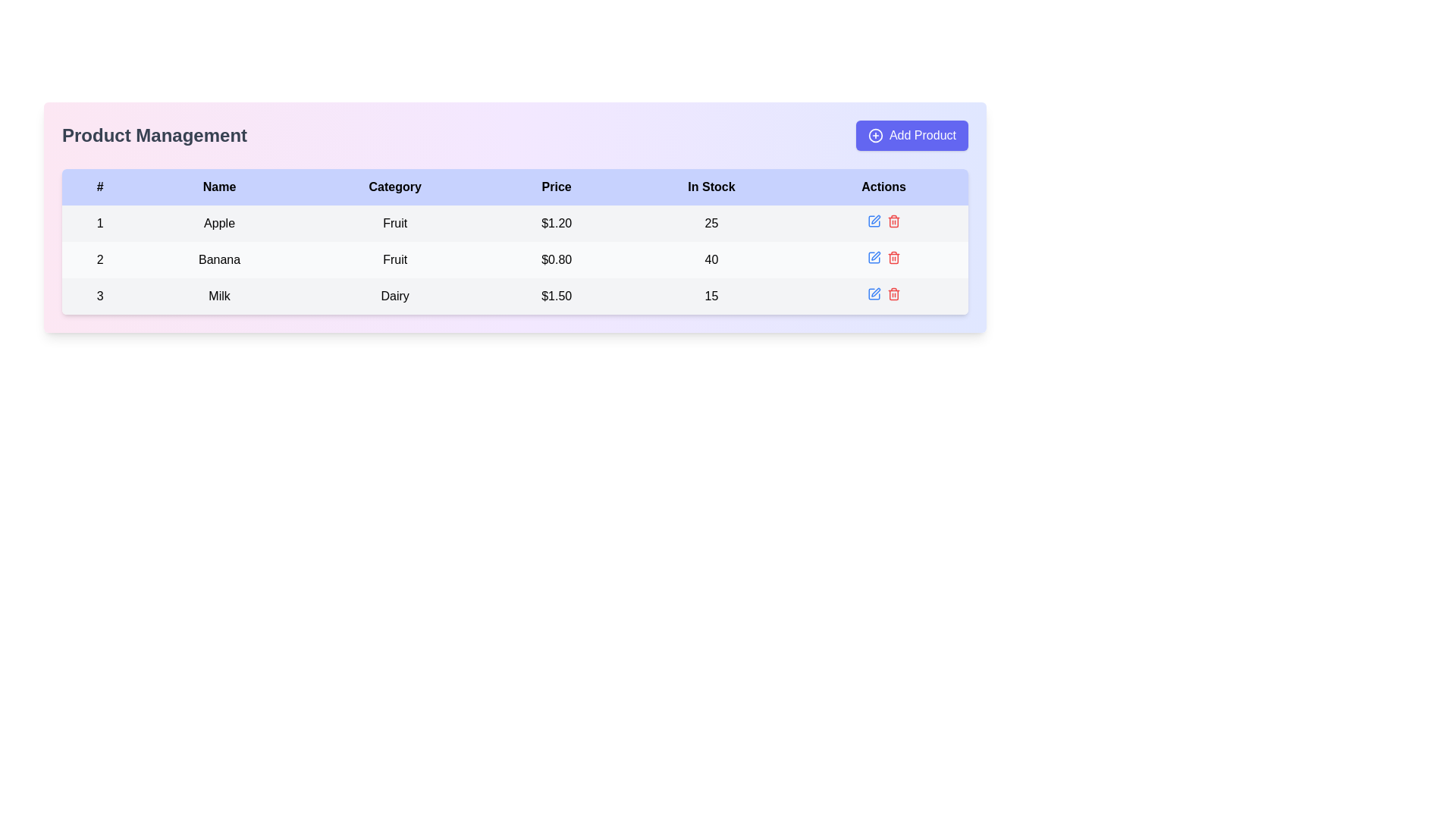 The height and width of the screenshot is (819, 1456). What do you see at coordinates (218, 296) in the screenshot?
I see `the text label displaying 'Milk' in the second column of the third row of the 'Product Management' table` at bounding box center [218, 296].